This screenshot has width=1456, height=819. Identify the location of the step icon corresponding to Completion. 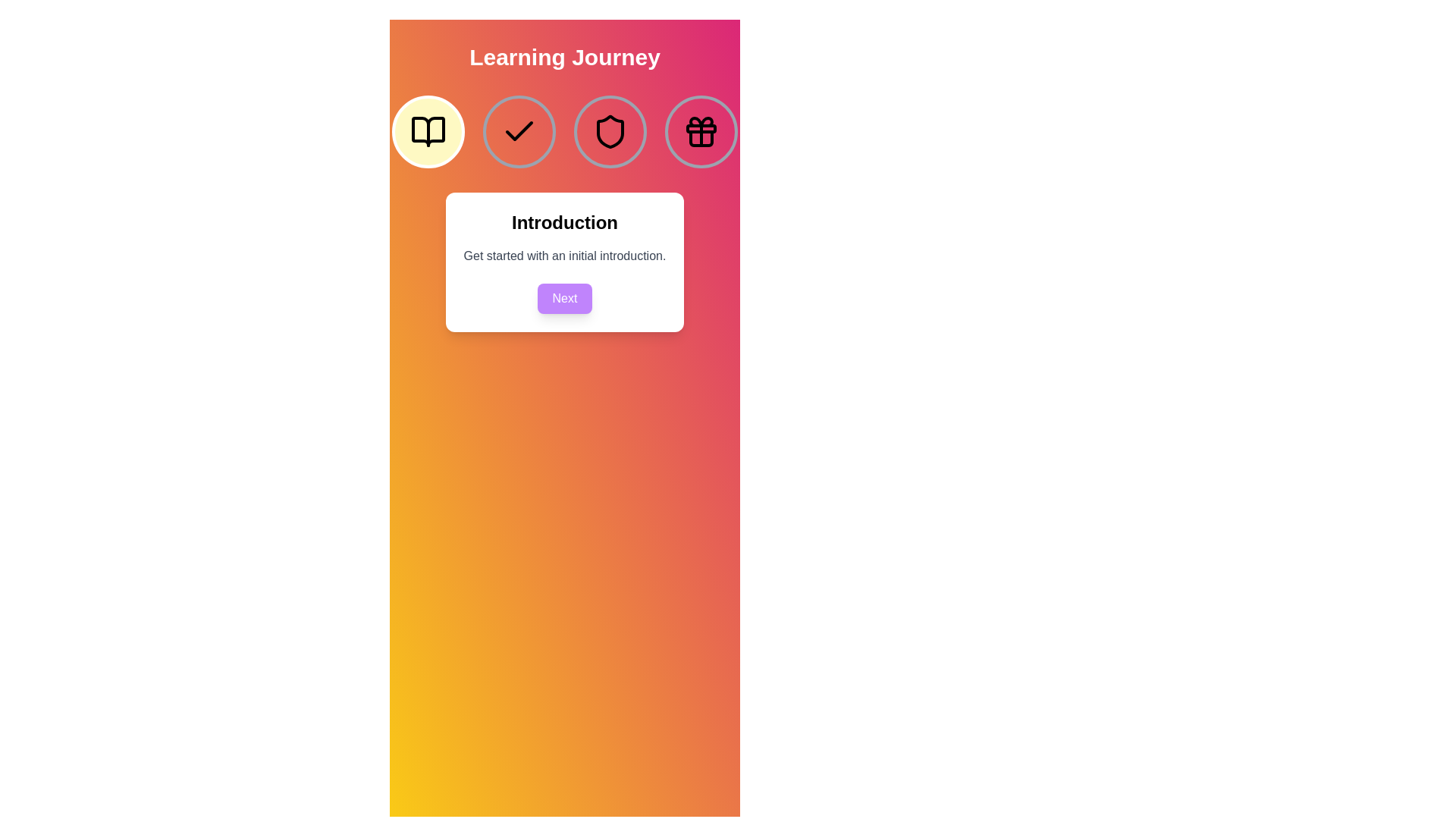
(701, 130).